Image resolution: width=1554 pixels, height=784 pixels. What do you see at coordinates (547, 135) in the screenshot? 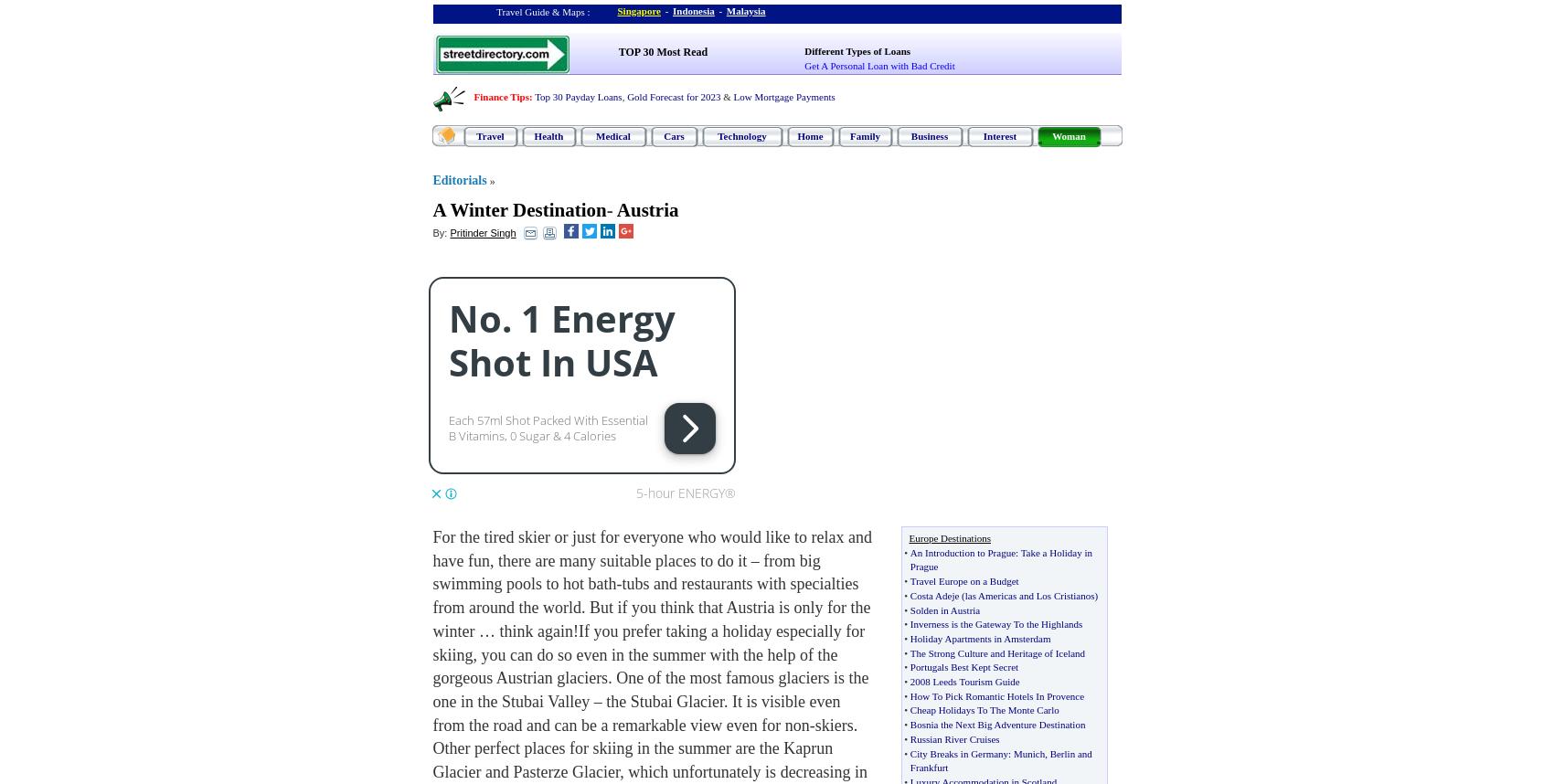
I see `'Health'` at bounding box center [547, 135].